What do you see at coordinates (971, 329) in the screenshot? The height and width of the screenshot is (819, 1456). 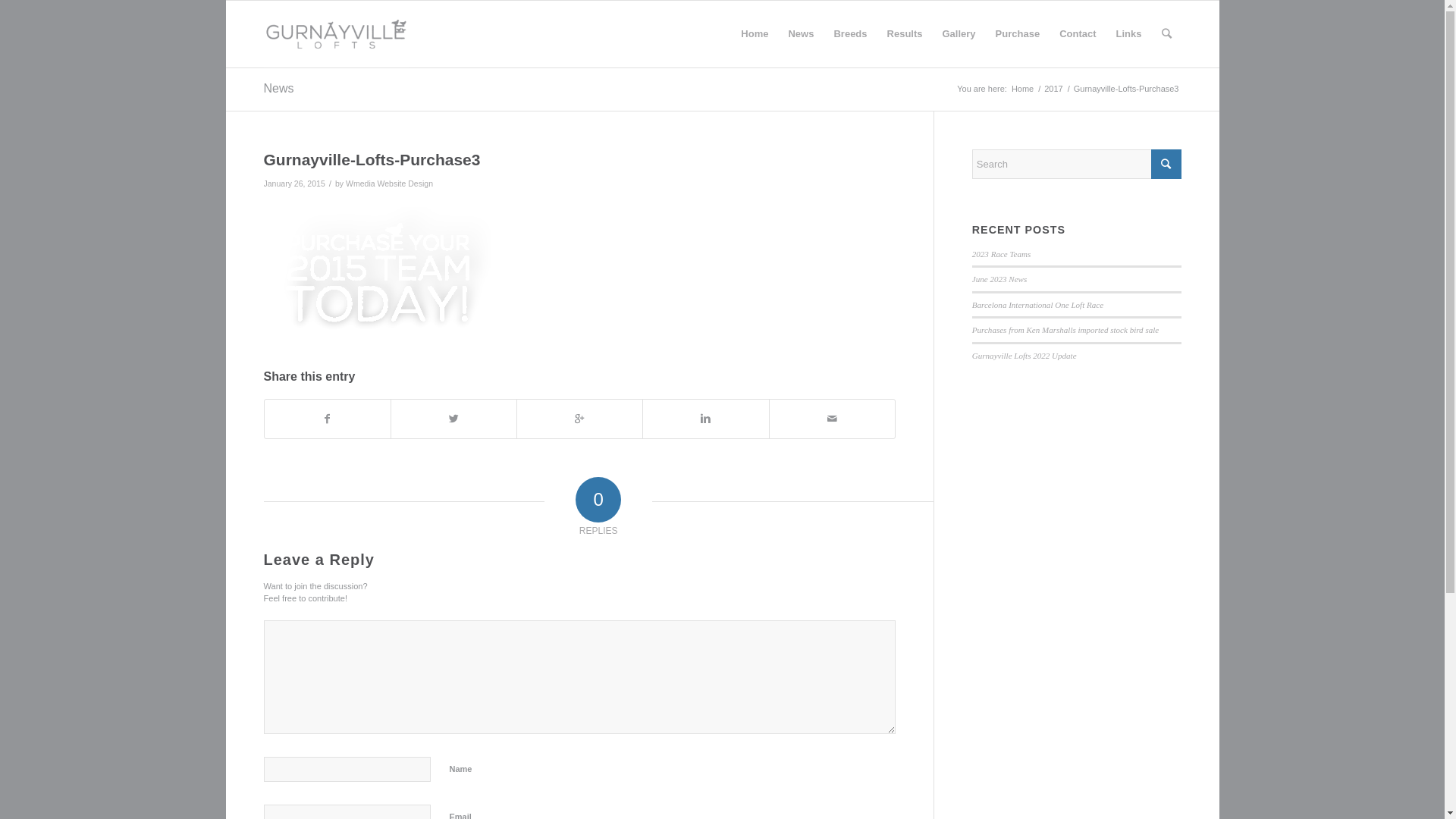 I see `'Purchases from Ken Marshalls imported stock bird sale'` at bounding box center [971, 329].